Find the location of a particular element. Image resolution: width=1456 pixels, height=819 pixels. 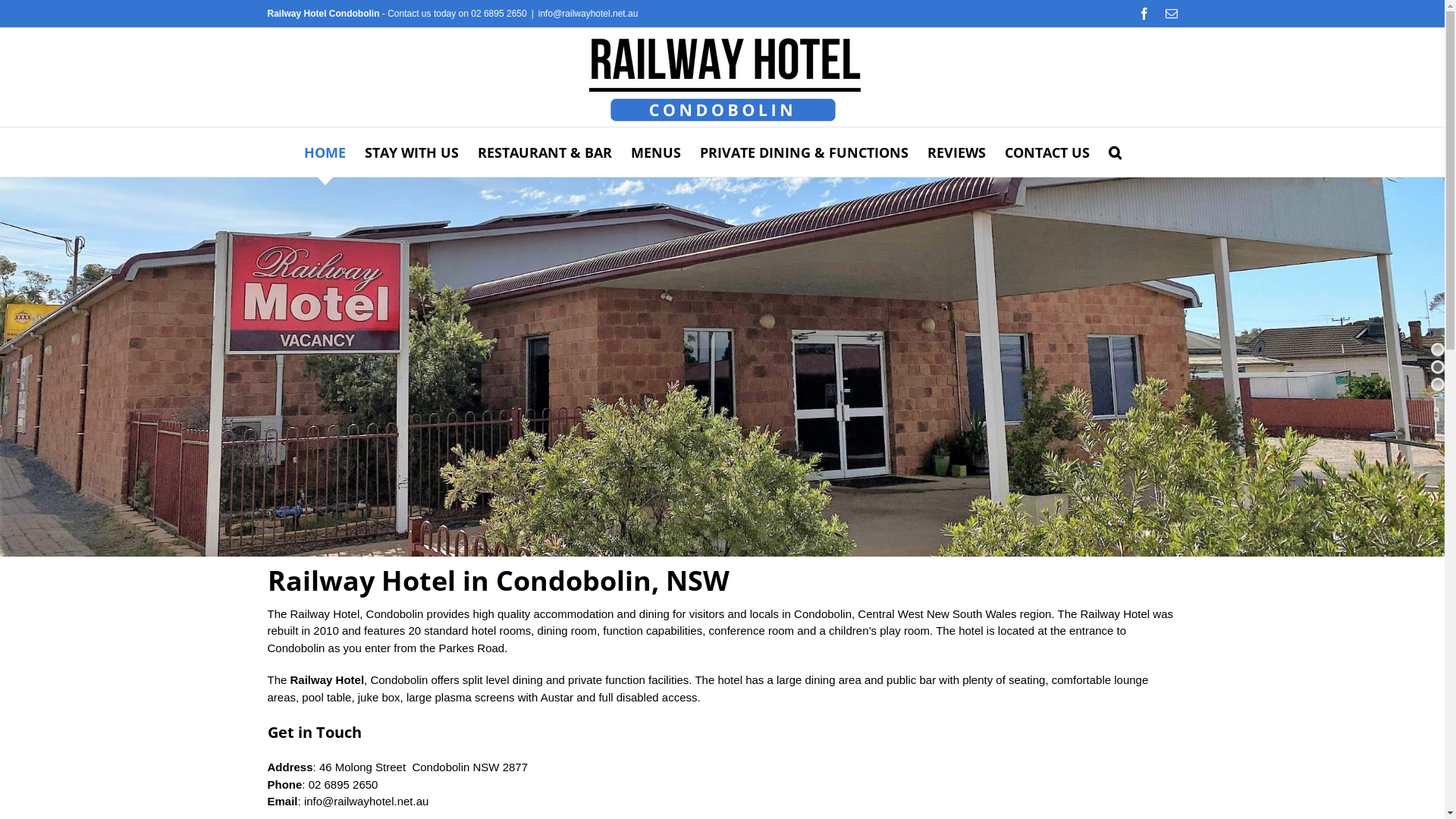

'46 Molong Street  Condobolin NSW 2877' is located at coordinates (423, 767).